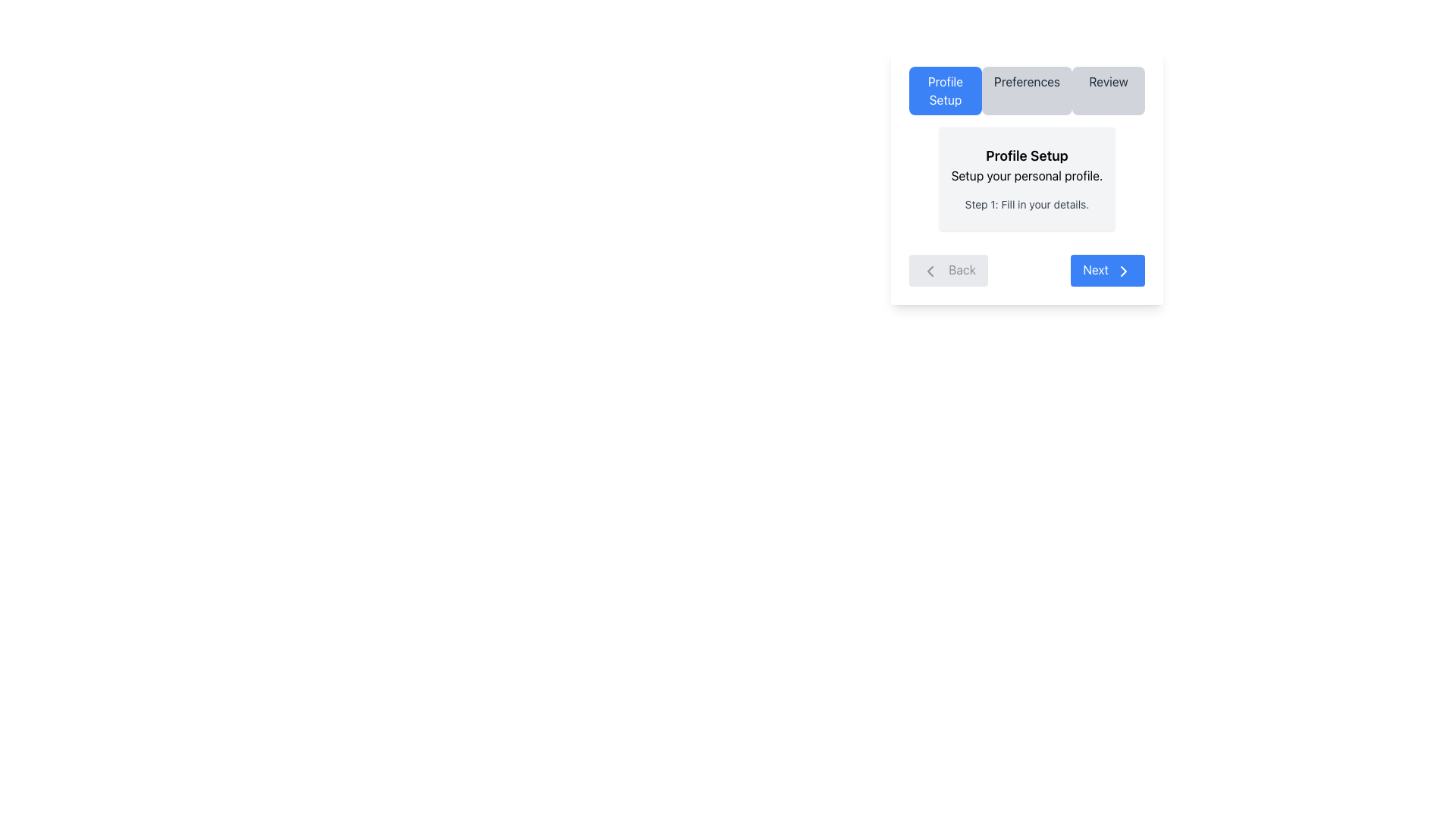  I want to click on the 'Preferences' tab in the Tab navigation component, so click(1027, 90).